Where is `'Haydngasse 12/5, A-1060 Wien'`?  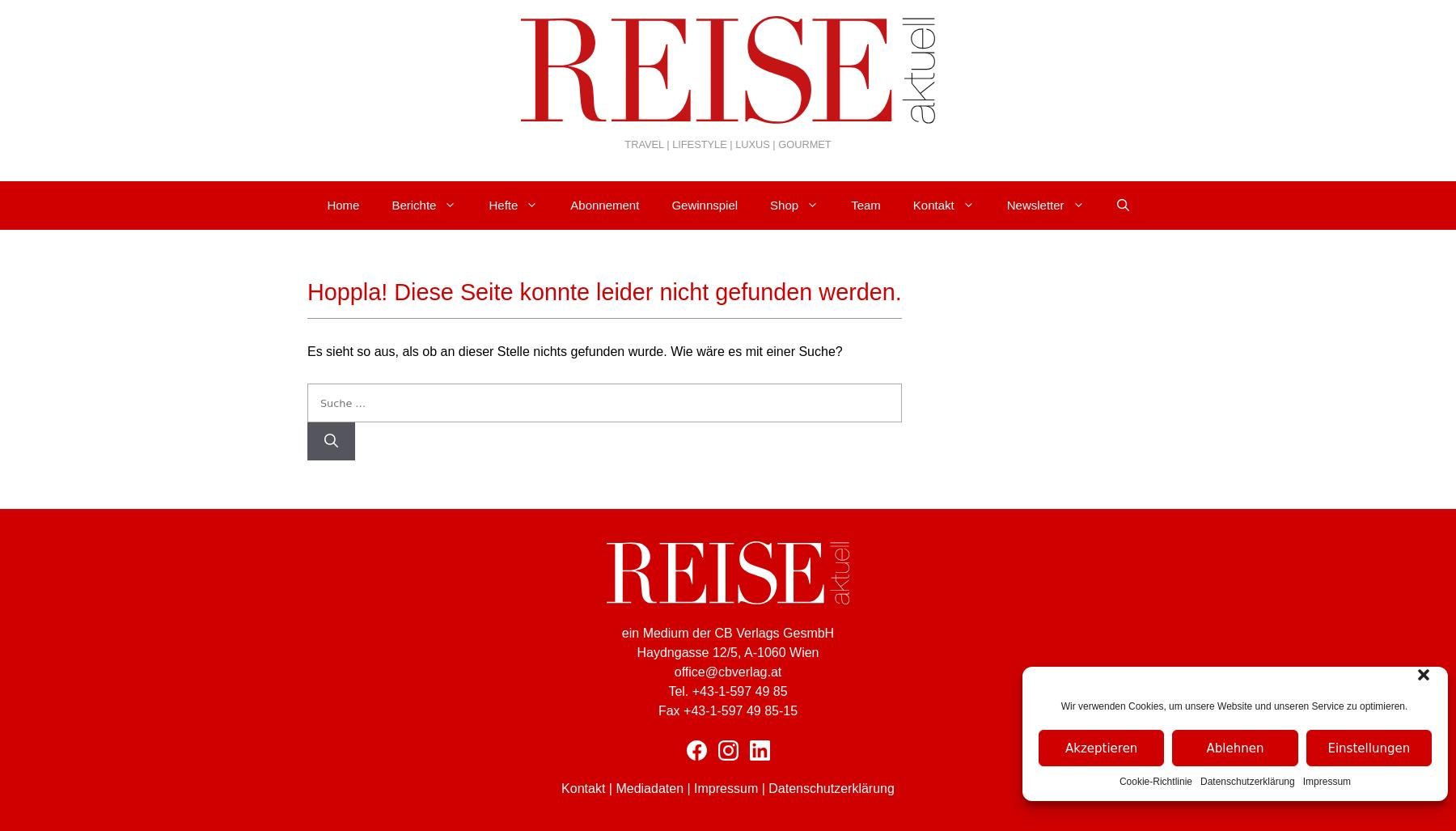 'Haydngasse 12/5, A-1060 Wien' is located at coordinates (727, 652).